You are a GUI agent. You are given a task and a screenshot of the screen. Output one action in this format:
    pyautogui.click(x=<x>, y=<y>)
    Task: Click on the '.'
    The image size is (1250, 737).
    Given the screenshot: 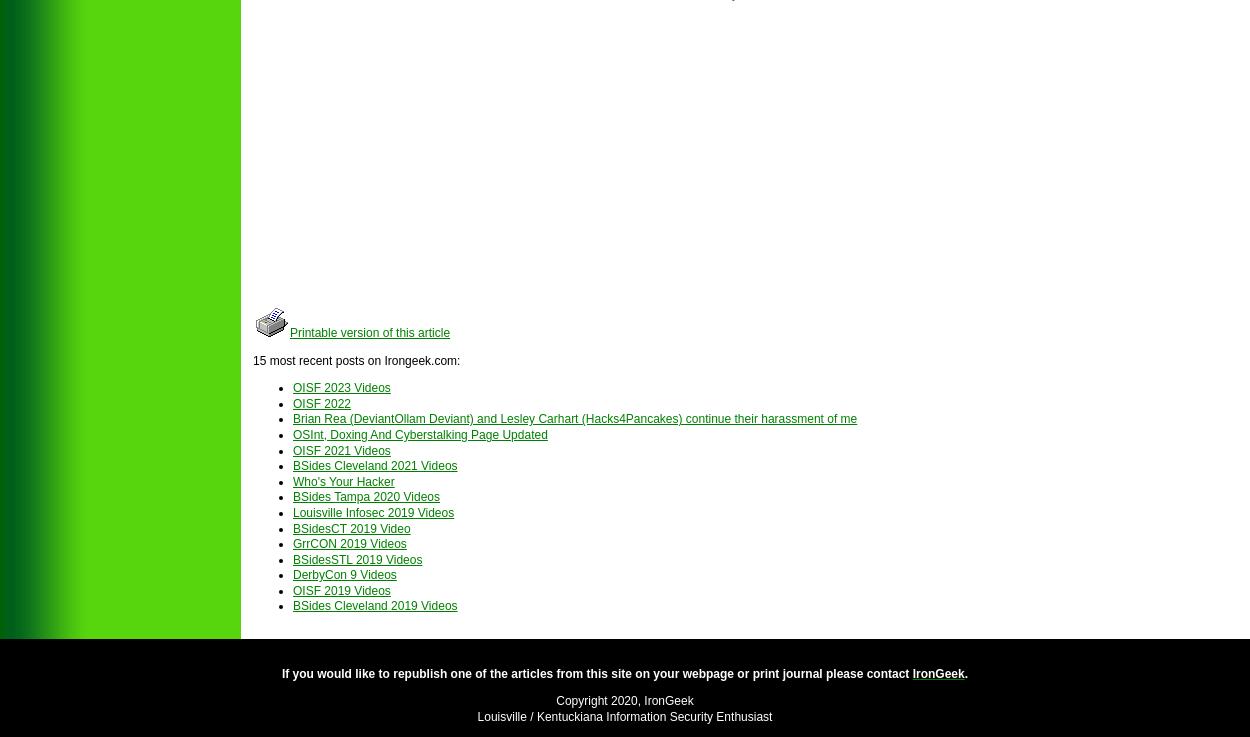 What is the action you would take?
    pyautogui.click(x=965, y=672)
    